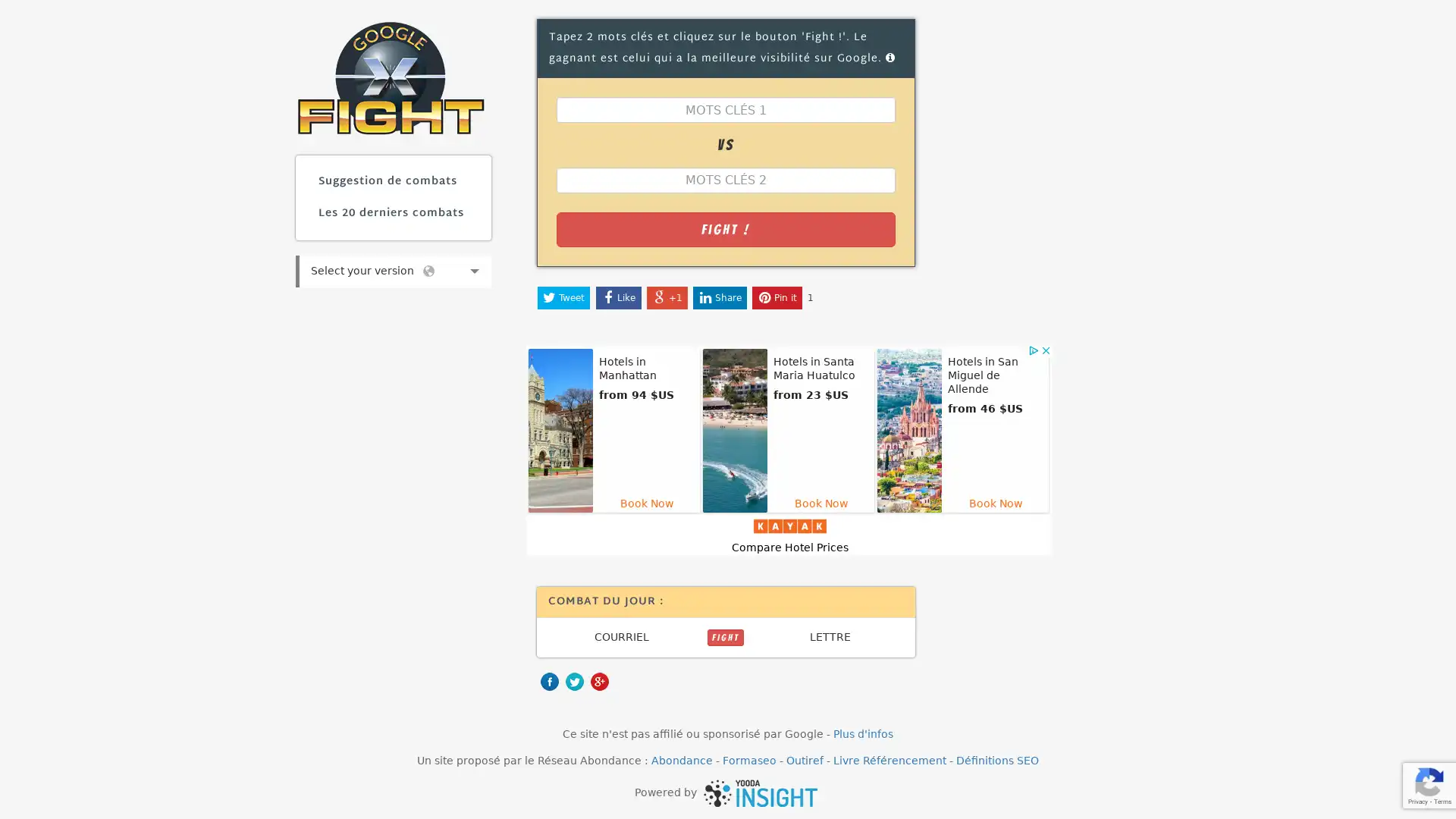 The width and height of the screenshot is (1456, 819). Describe the element at coordinates (724, 228) in the screenshot. I see `Fight !` at that location.